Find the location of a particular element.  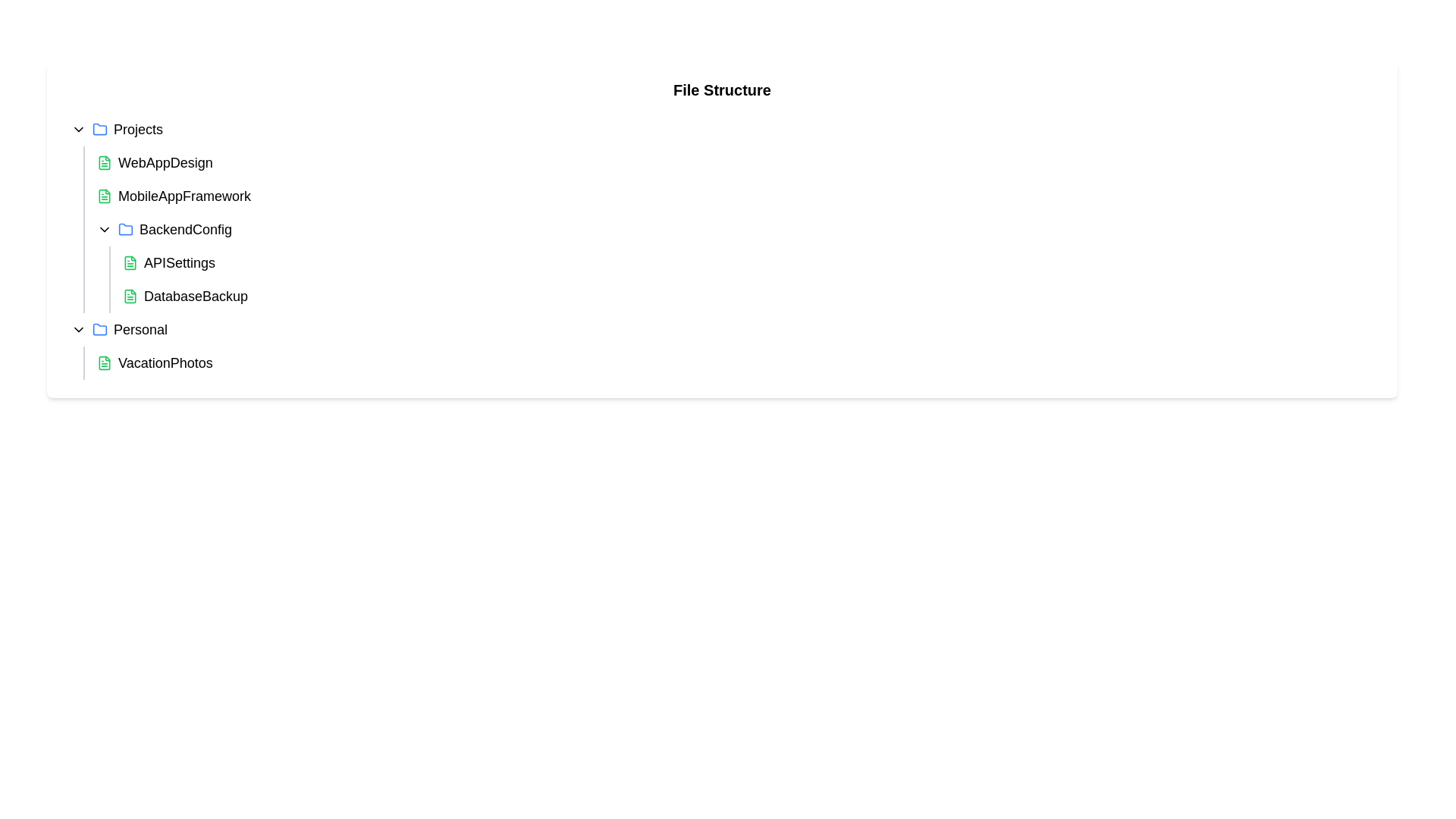

the static text label representing a folder, located in the fourth position within its row is located at coordinates (140, 329).